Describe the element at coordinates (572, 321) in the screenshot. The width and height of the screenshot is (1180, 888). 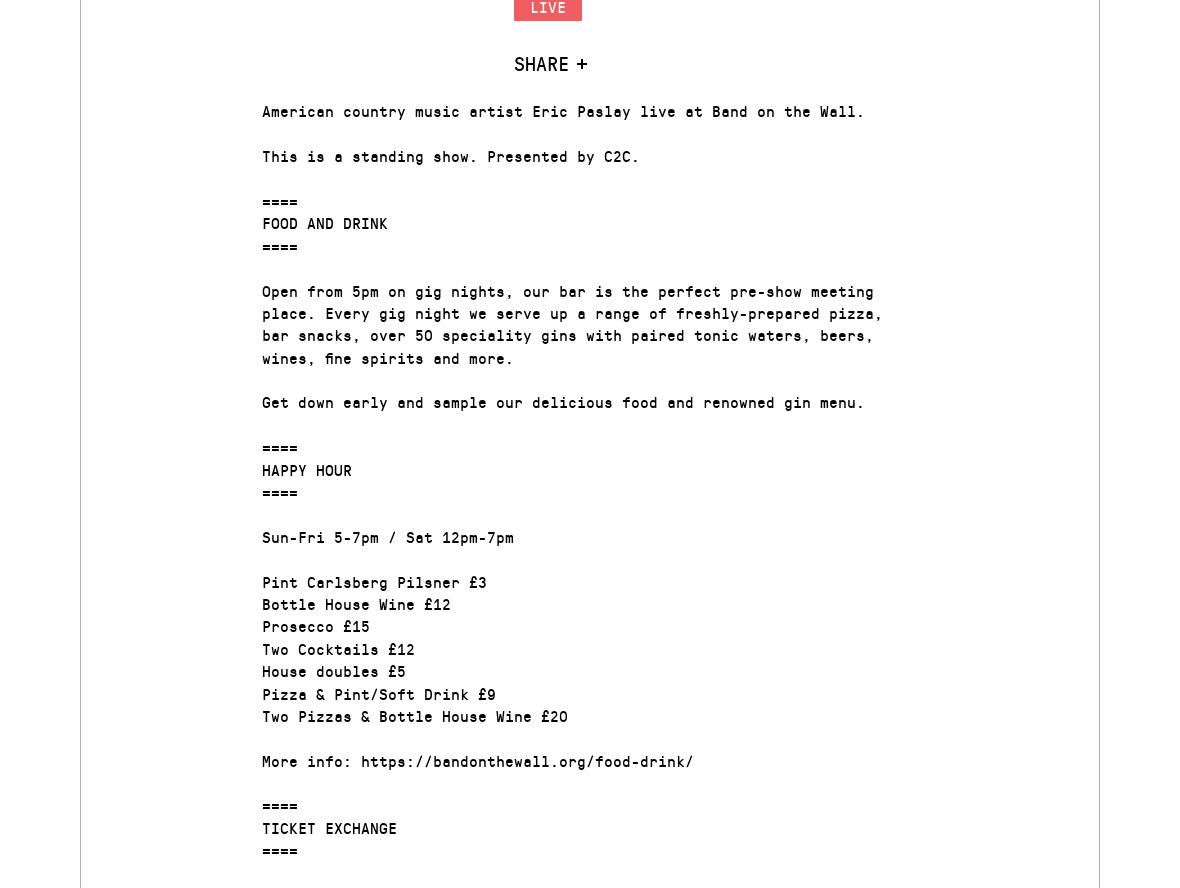
I see `'Open from 5pm on gig nights, our bar is the perfect pre-show meeting place. Every gig night we serve up a range of freshly-prepared pizza, bar snacks, over 50 speciality gins with paired tonic waters, beers, wines, fine spirits and more.'` at that location.